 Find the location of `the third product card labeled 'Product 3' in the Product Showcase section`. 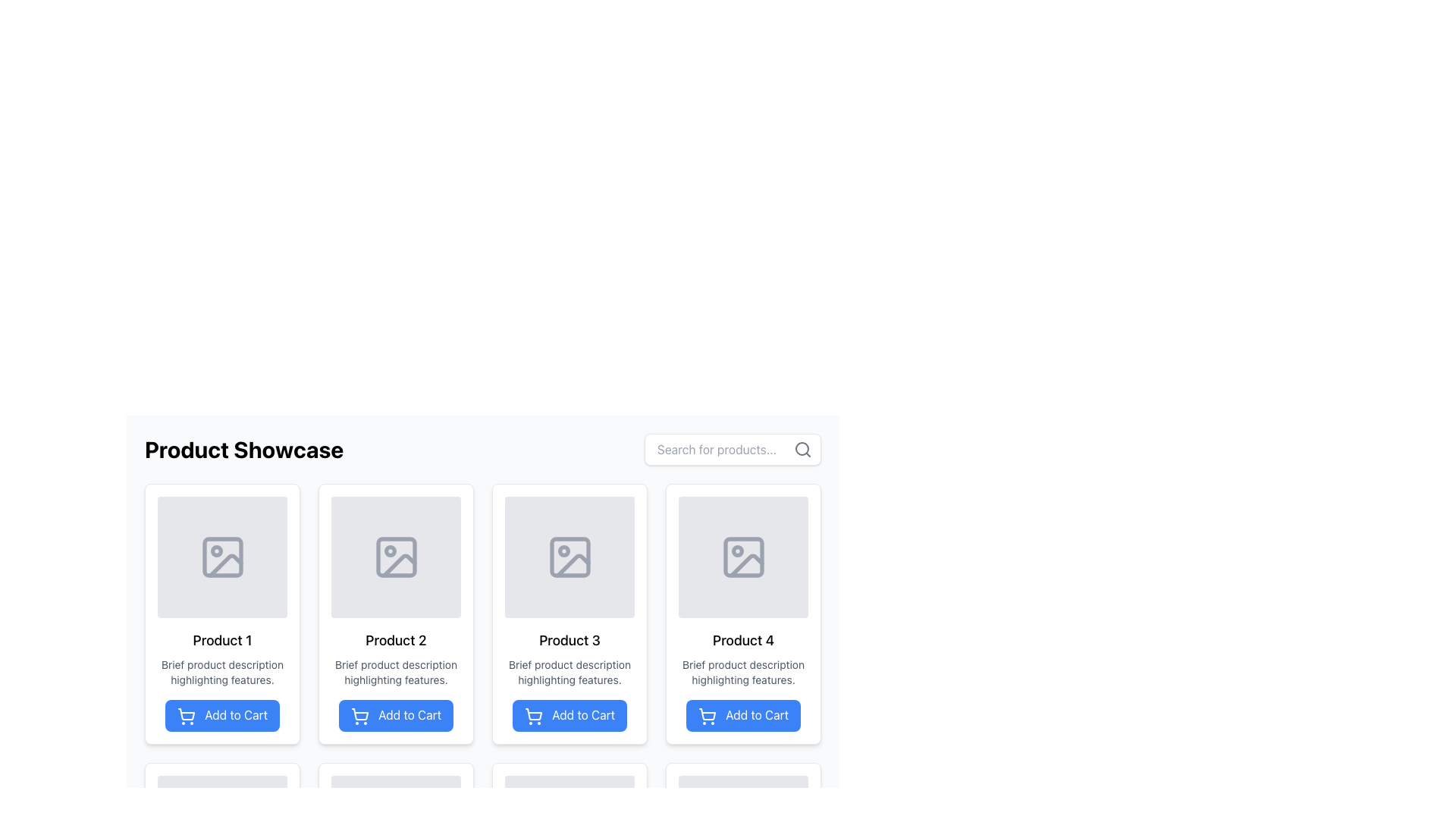

the third product card labeled 'Product 3' in the Product Showcase section is located at coordinates (569, 613).